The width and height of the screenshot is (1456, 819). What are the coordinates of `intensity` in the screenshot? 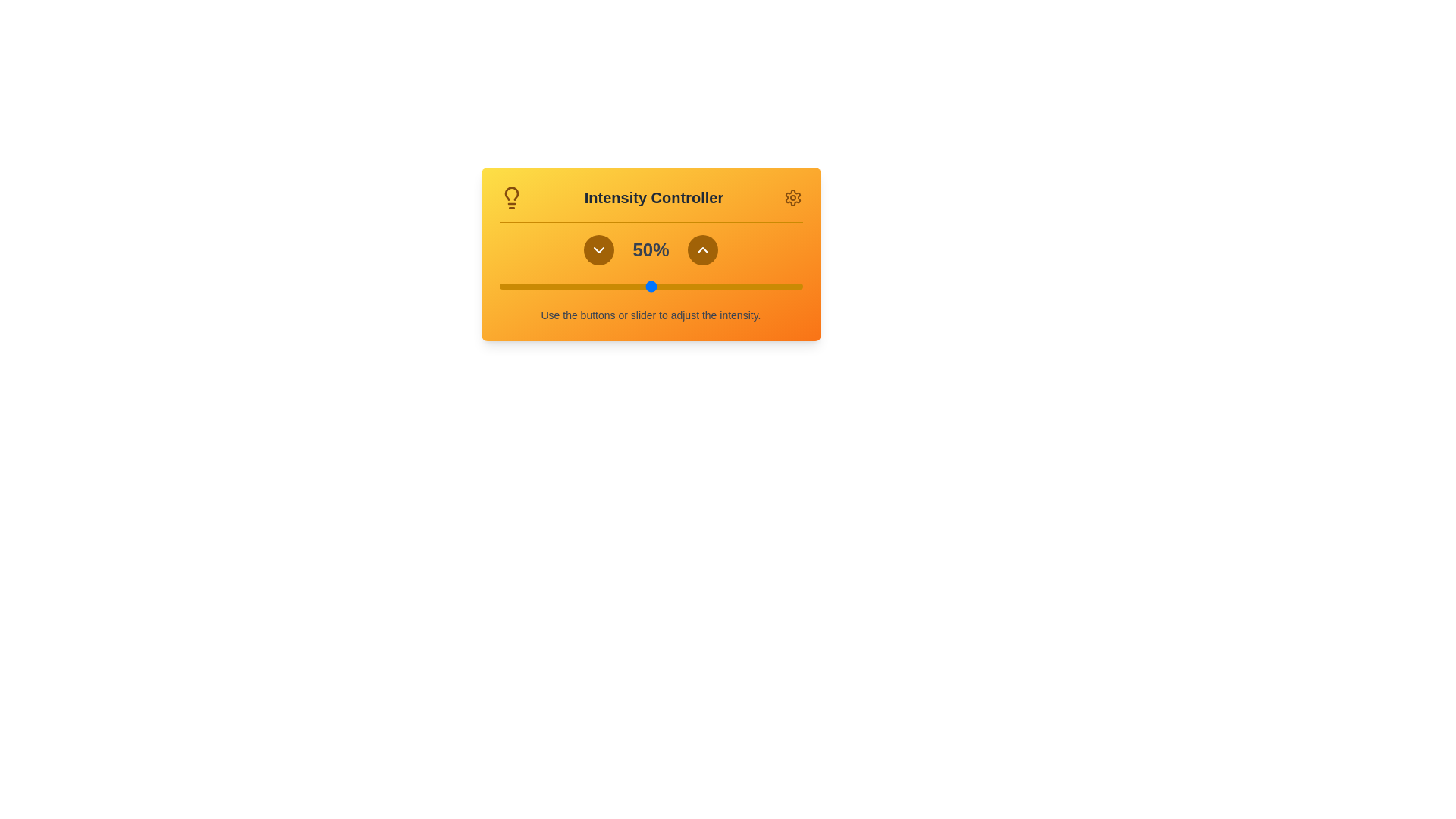 It's located at (499, 287).